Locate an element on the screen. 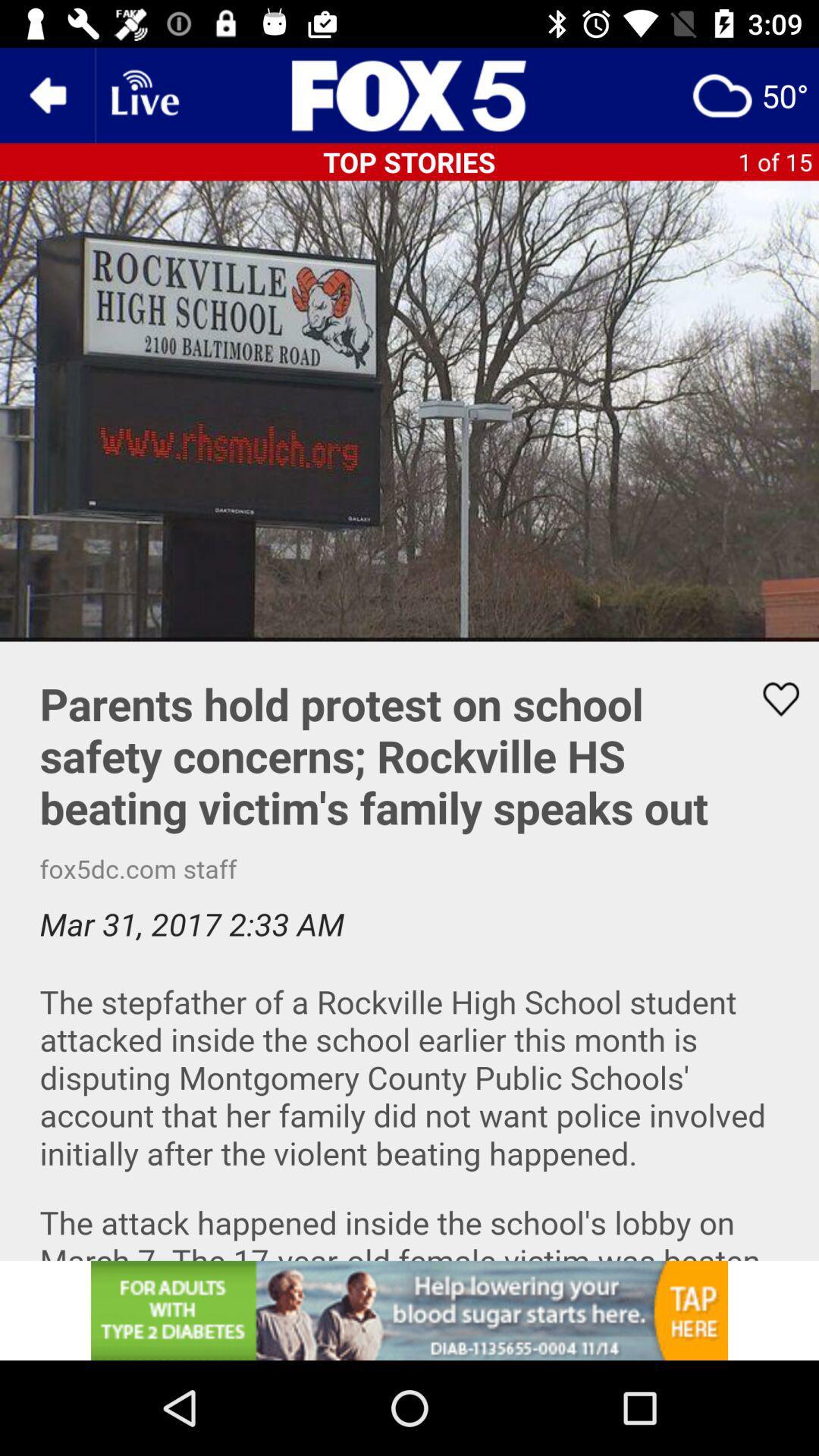  advertisement is located at coordinates (409, 1310).